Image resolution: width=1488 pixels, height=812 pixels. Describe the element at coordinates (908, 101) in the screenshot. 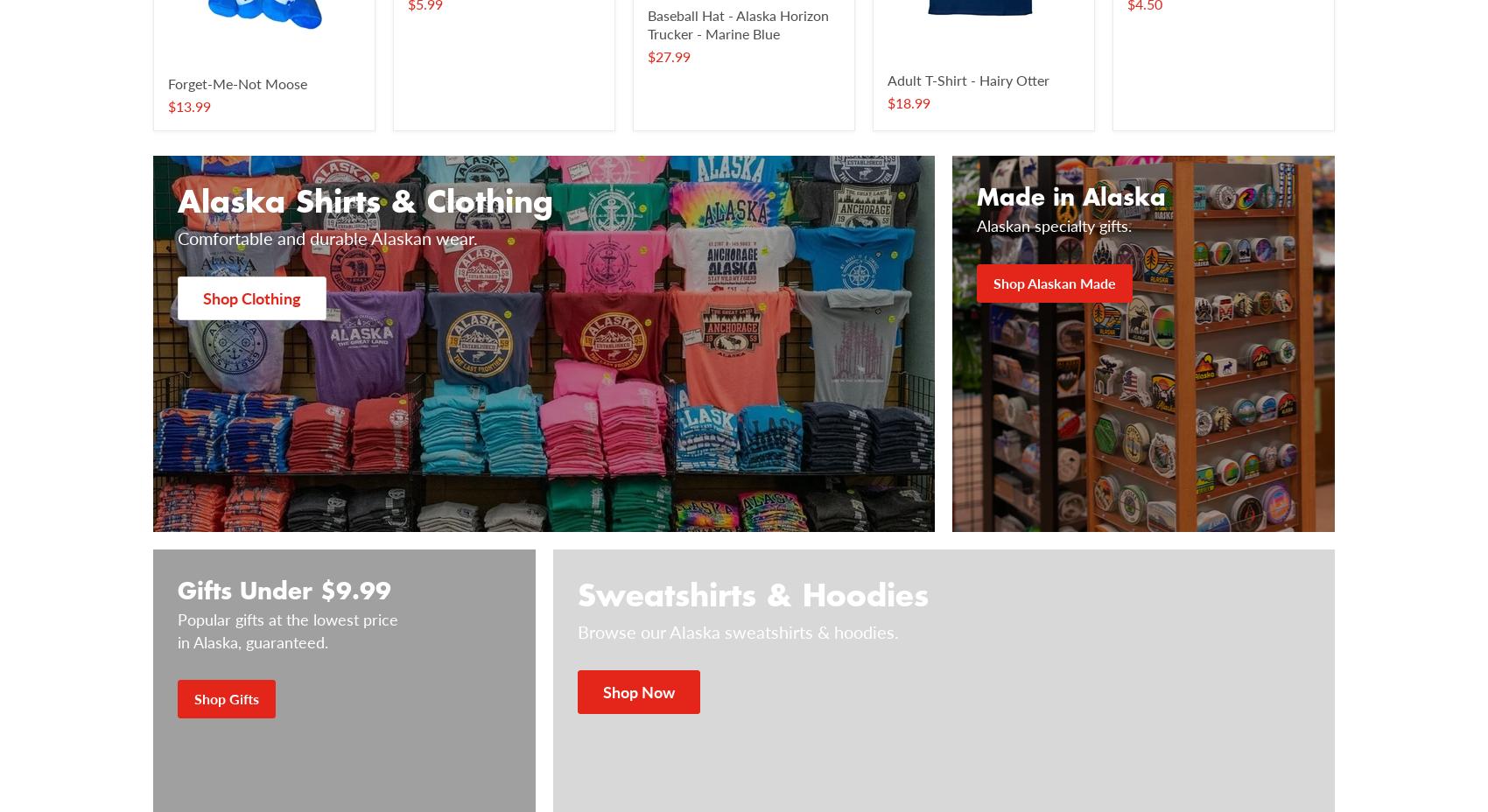

I see `'$18.99'` at that location.